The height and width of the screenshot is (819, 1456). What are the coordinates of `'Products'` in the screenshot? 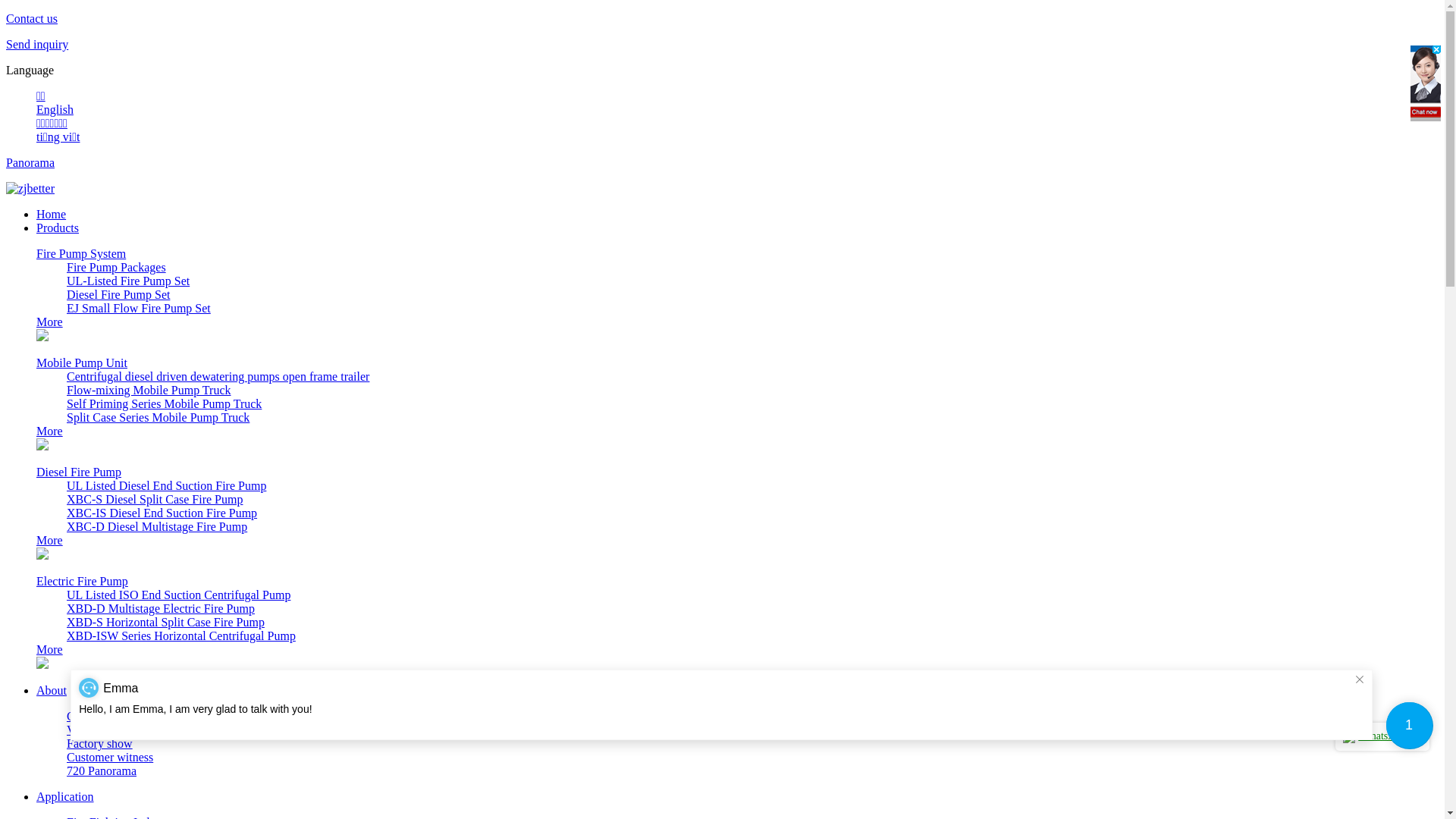 It's located at (36, 227).